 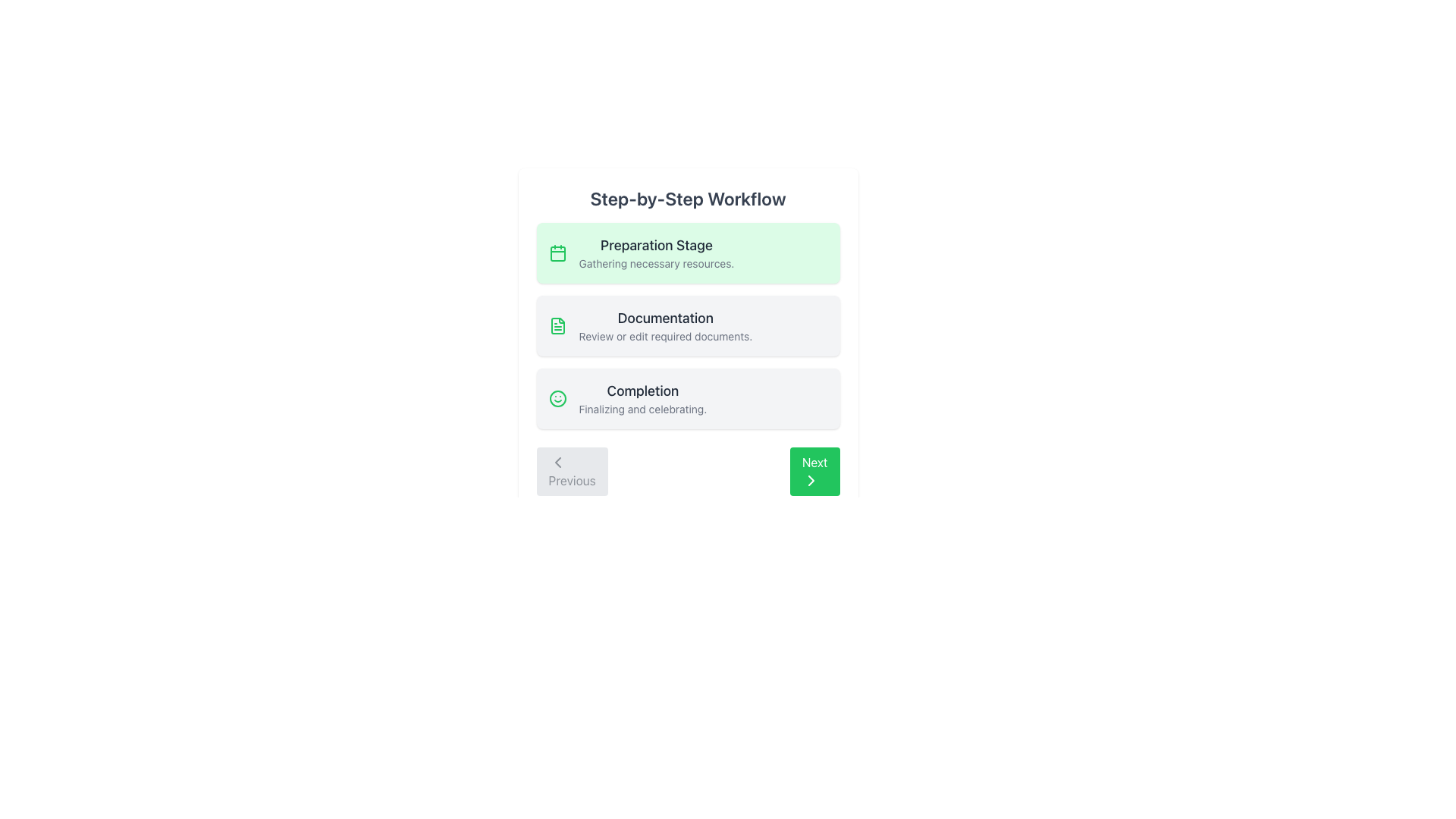 I want to click on the information displayed within the 'Completion' stage descriptive box in the workflow interface, which is the third item in the vertical list of stages, so click(x=687, y=397).